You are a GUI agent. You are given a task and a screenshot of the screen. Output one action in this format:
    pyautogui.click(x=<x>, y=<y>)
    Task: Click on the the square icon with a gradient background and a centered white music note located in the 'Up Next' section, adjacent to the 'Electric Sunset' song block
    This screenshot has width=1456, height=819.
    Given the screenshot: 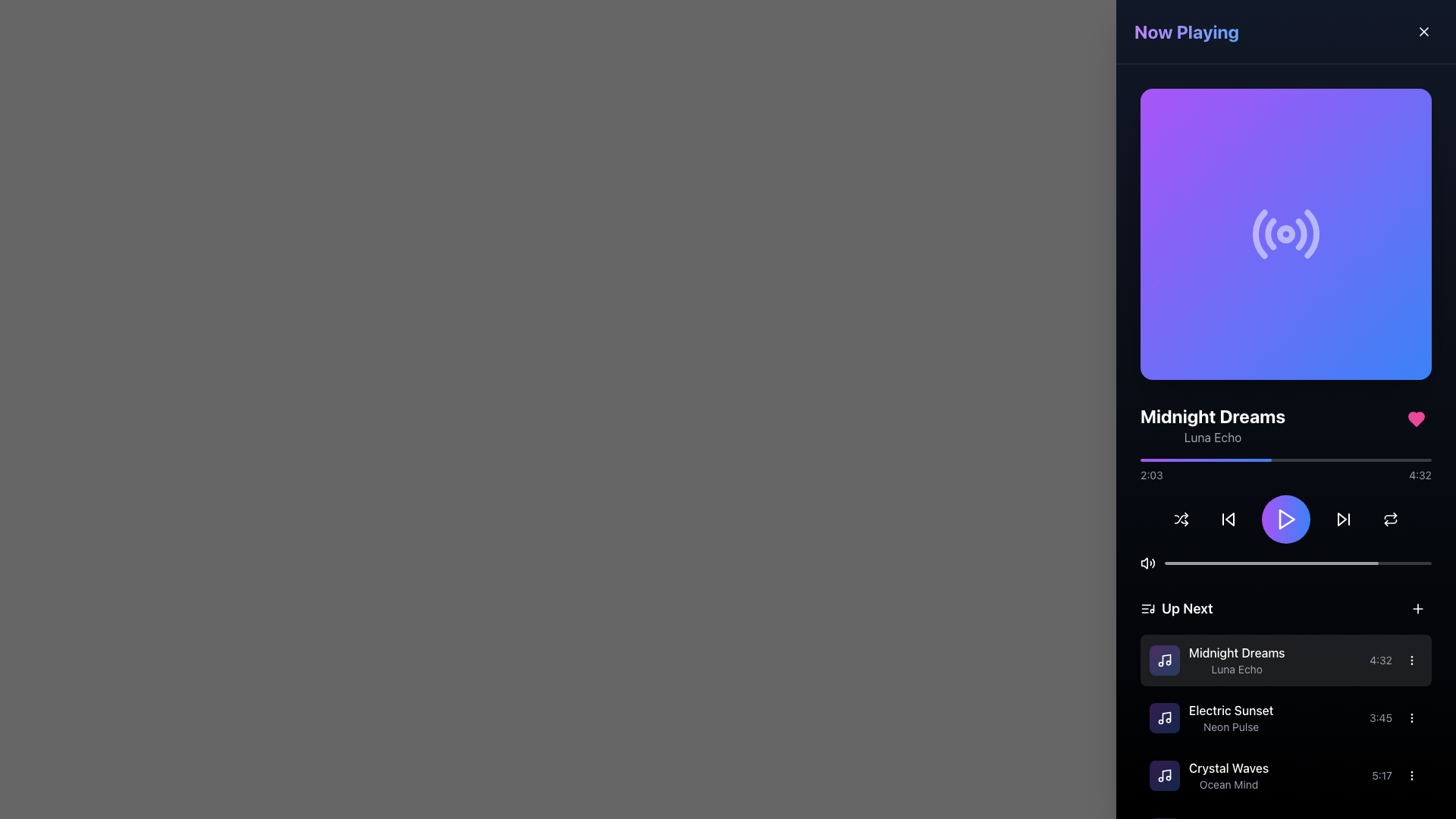 What is the action you would take?
    pyautogui.click(x=1164, y=717)
    